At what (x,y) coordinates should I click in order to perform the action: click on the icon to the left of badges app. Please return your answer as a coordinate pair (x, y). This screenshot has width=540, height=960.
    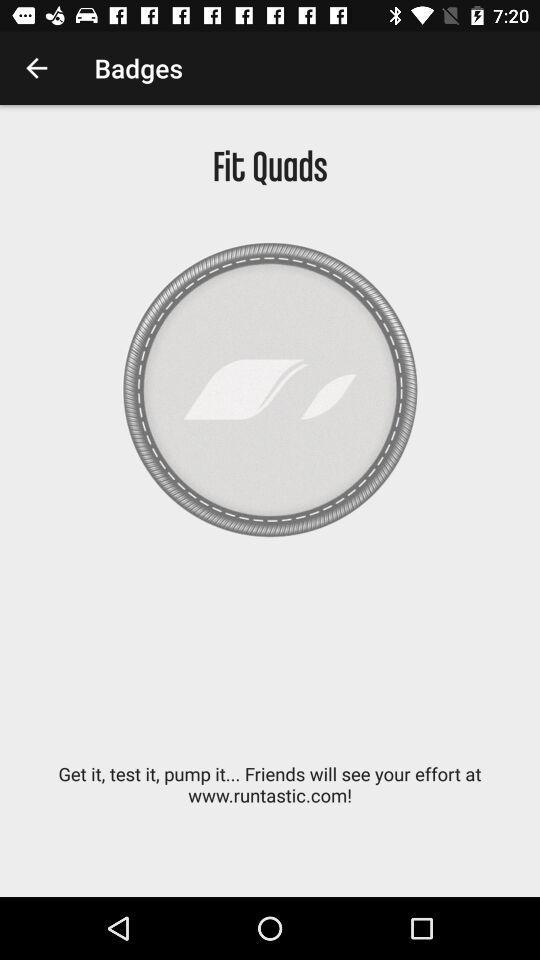
    Looking at the image, I should click on (36, 68).